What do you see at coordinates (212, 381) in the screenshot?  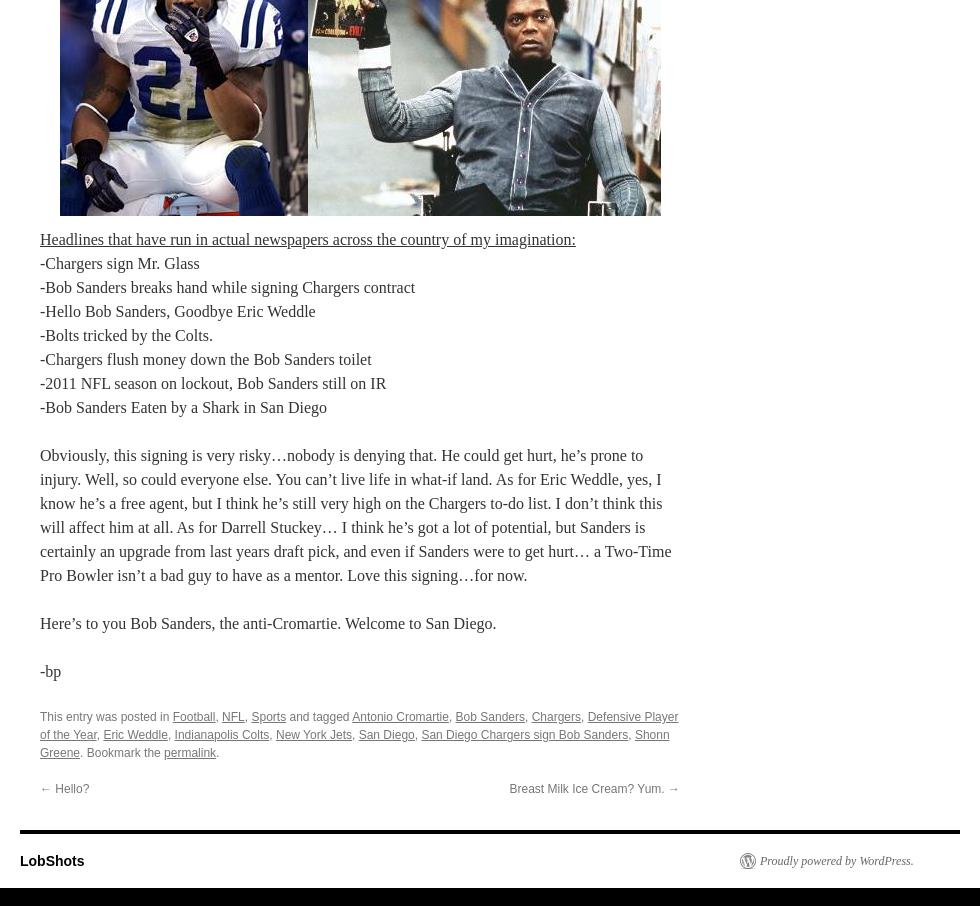 I see `'-2011 NFL season on lockout, Bob Sanders still on IR'` at bounding box center [212, 381].